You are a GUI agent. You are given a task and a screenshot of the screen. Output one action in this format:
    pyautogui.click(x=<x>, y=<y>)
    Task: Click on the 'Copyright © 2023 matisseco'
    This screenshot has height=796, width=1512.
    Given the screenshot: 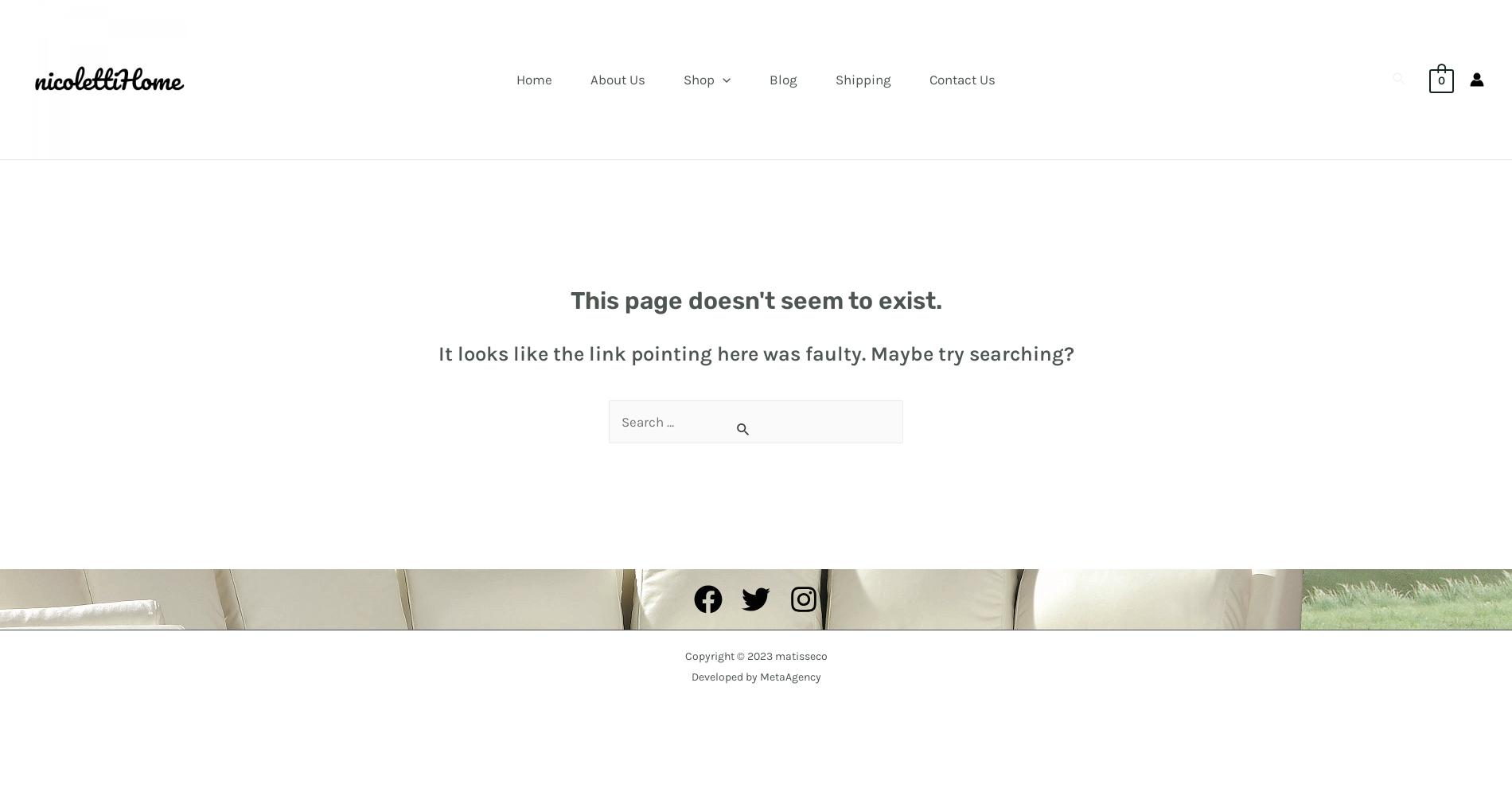 What is the action you would take?
    pyautogui.click(x=754, y=655)
    